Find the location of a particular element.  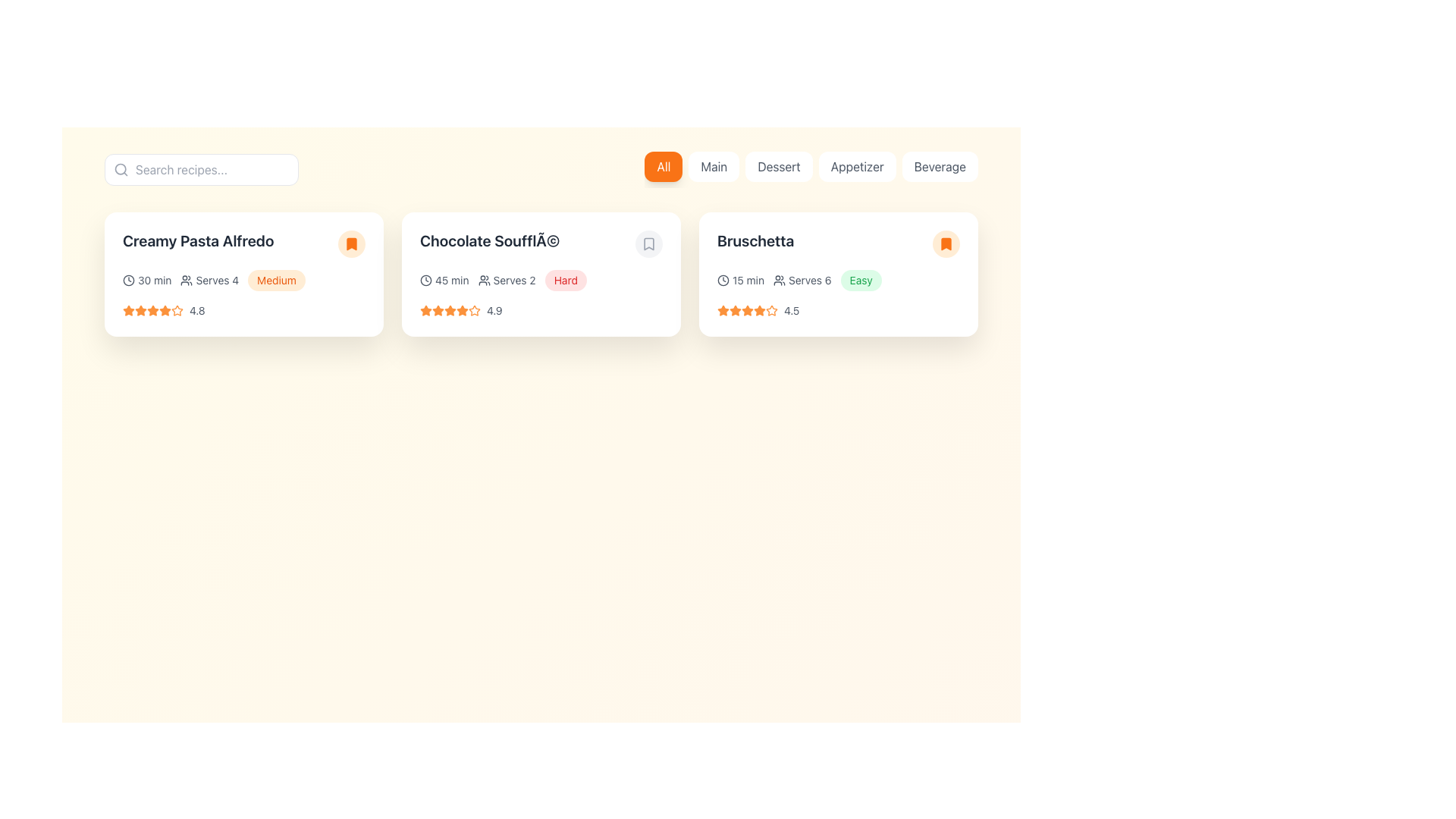

the sixth star-shaped icon with an orange fill in the second card labeled 'Chocolate Soufflé', which is located beneath the rating of '4.9' is located at coordinates (461, 309).